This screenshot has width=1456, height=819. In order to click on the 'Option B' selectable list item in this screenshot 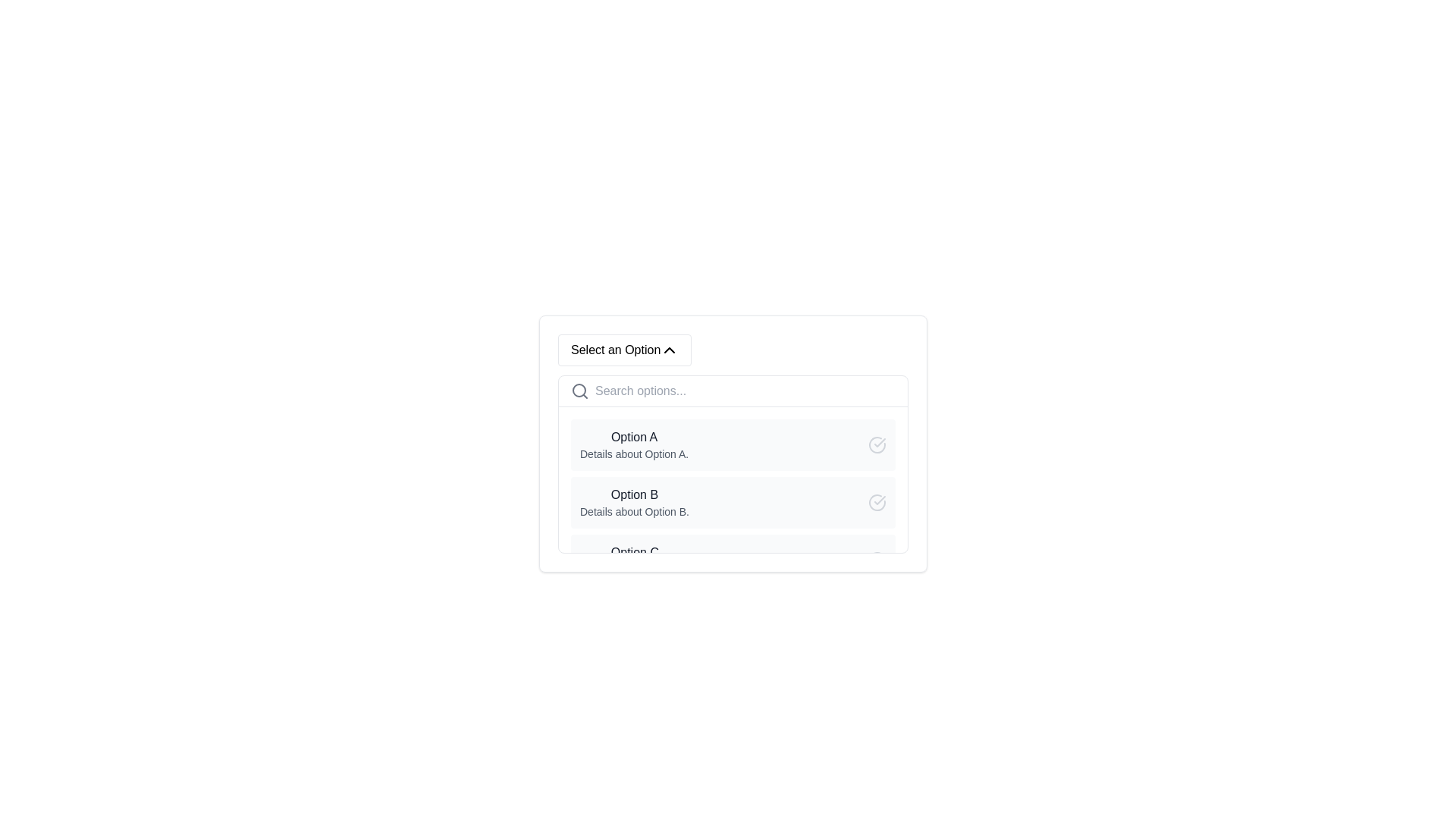, I will do `click(733, 503)`.